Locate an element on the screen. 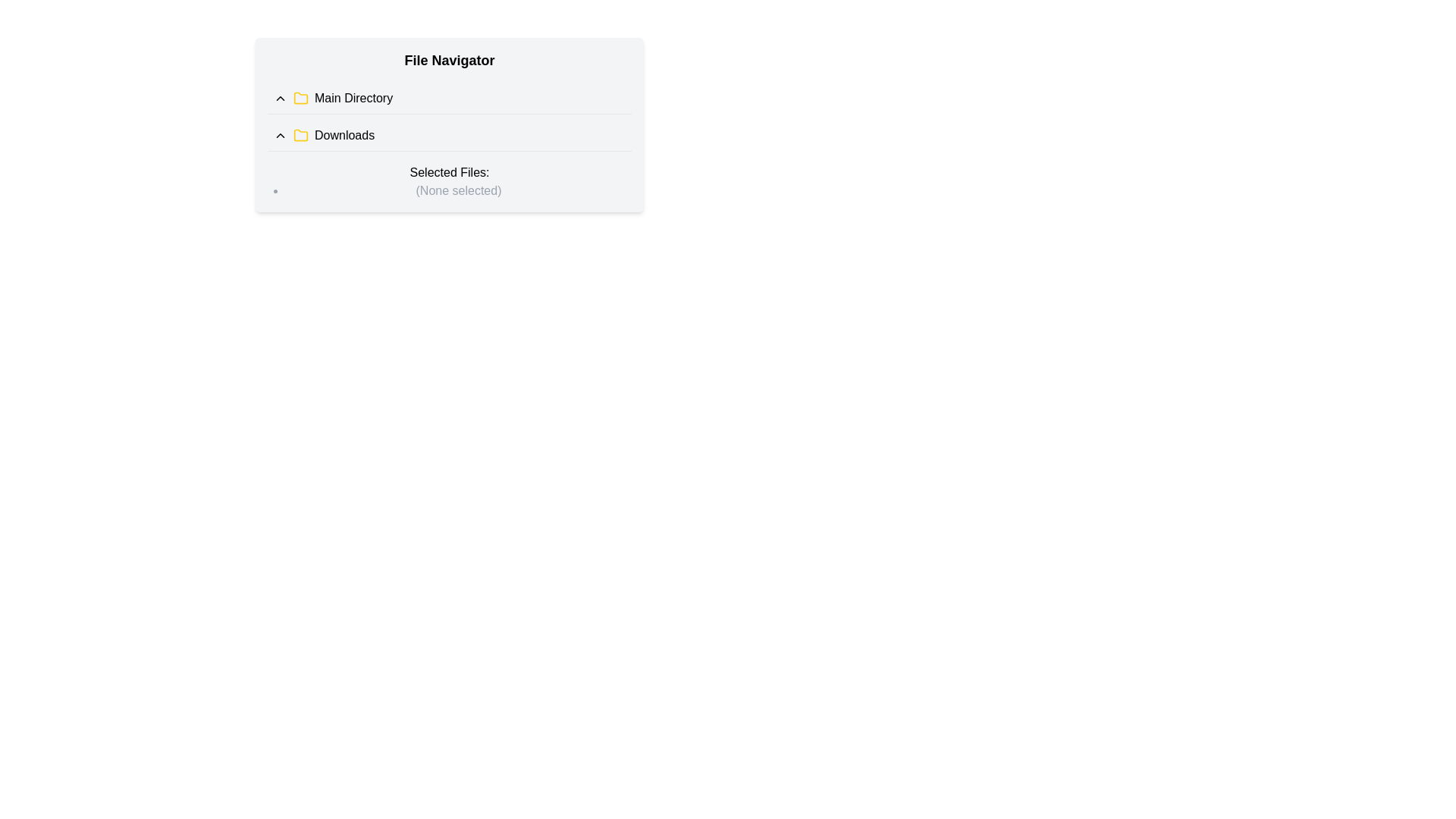  the upward-pointing chevron icon that indicates collapsible or expandable sections, located to the left of the yellow folder icon in the row containing 'Main Directory' is located at coordinates (280, 99).